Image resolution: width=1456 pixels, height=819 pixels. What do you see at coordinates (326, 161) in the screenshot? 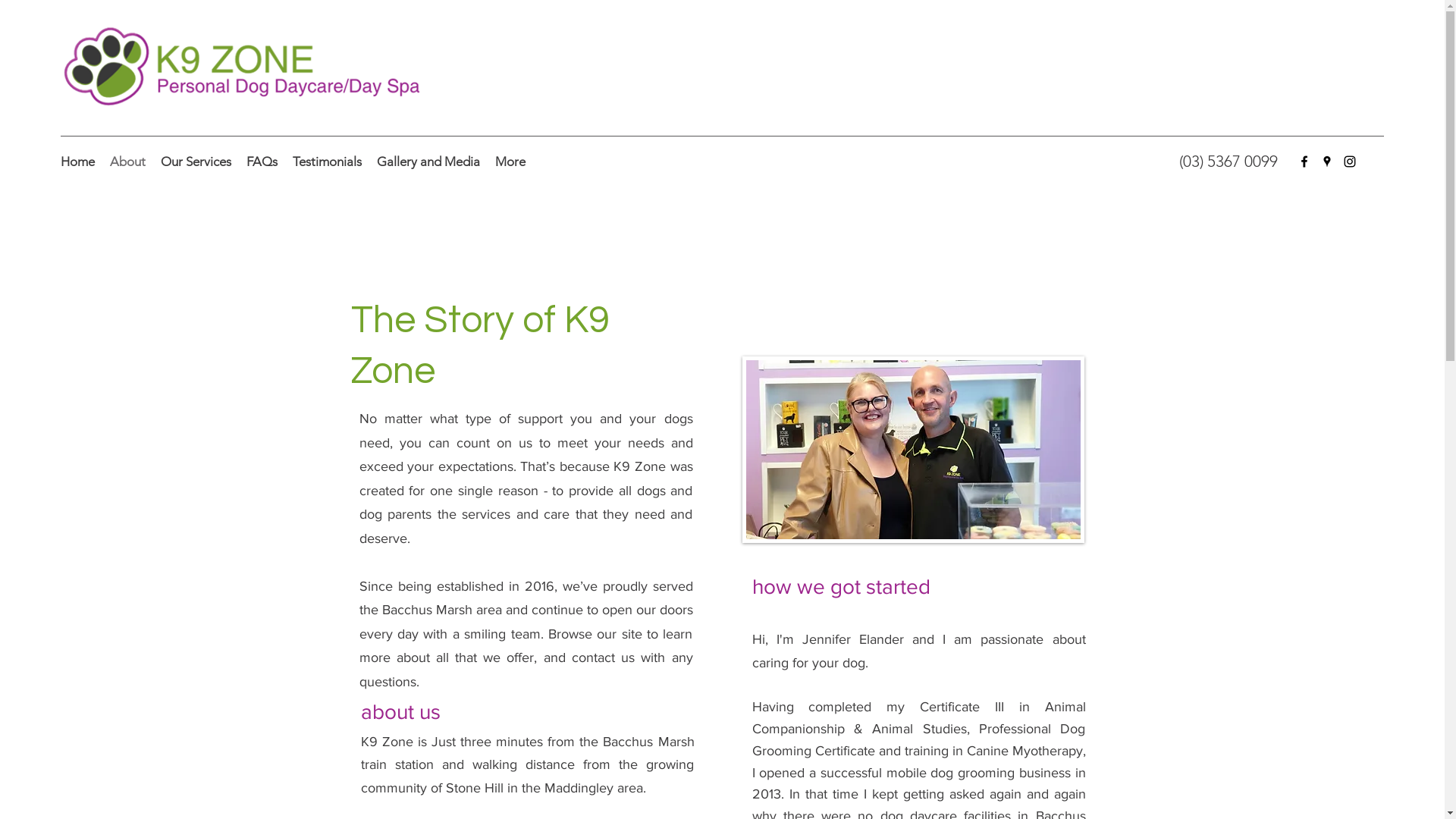
I see `'Testimonials'` at bounding box center [326, 161].